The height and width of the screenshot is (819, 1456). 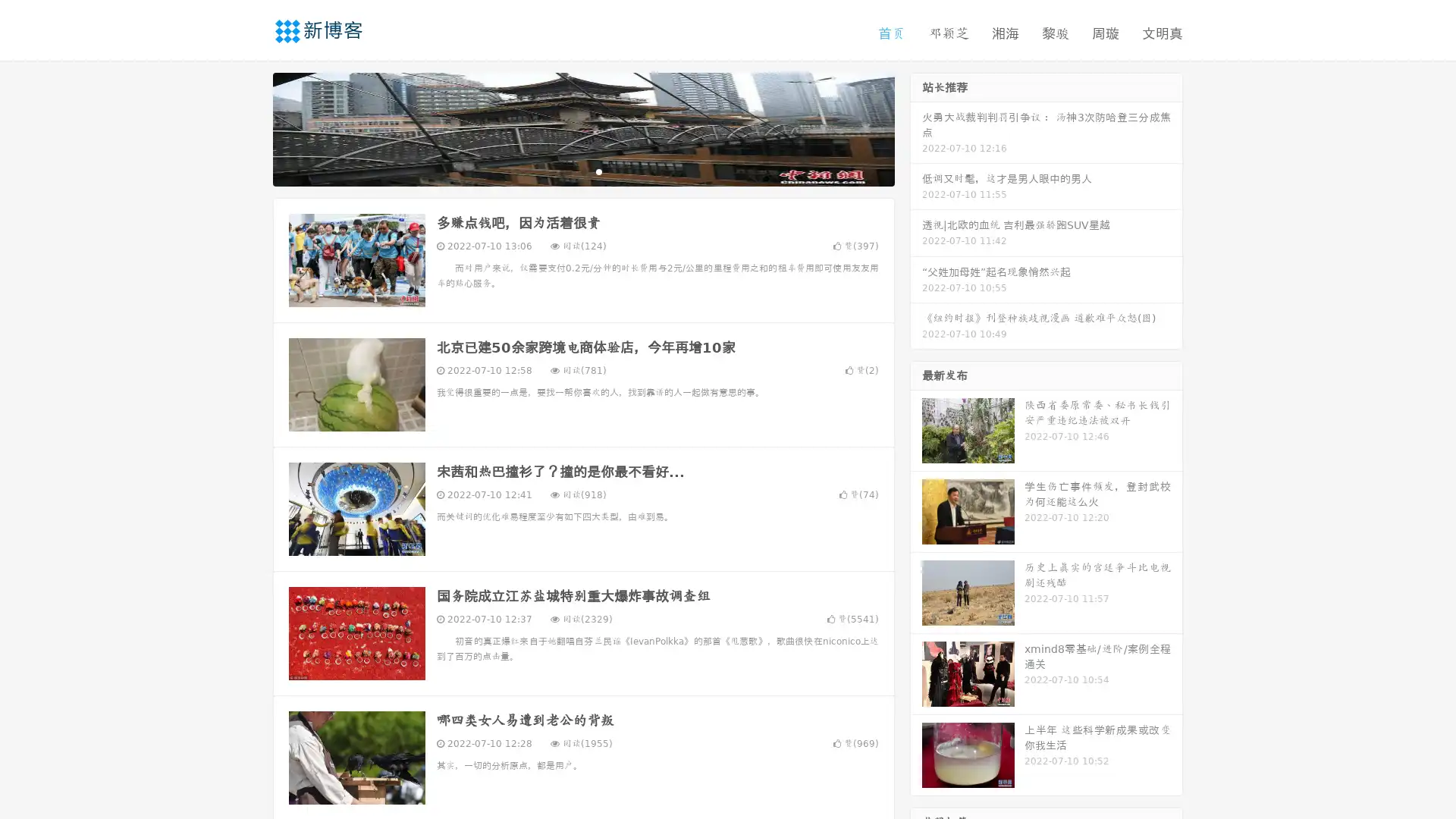 I want to click on Go to slide 2, so click(x=582, y=171).